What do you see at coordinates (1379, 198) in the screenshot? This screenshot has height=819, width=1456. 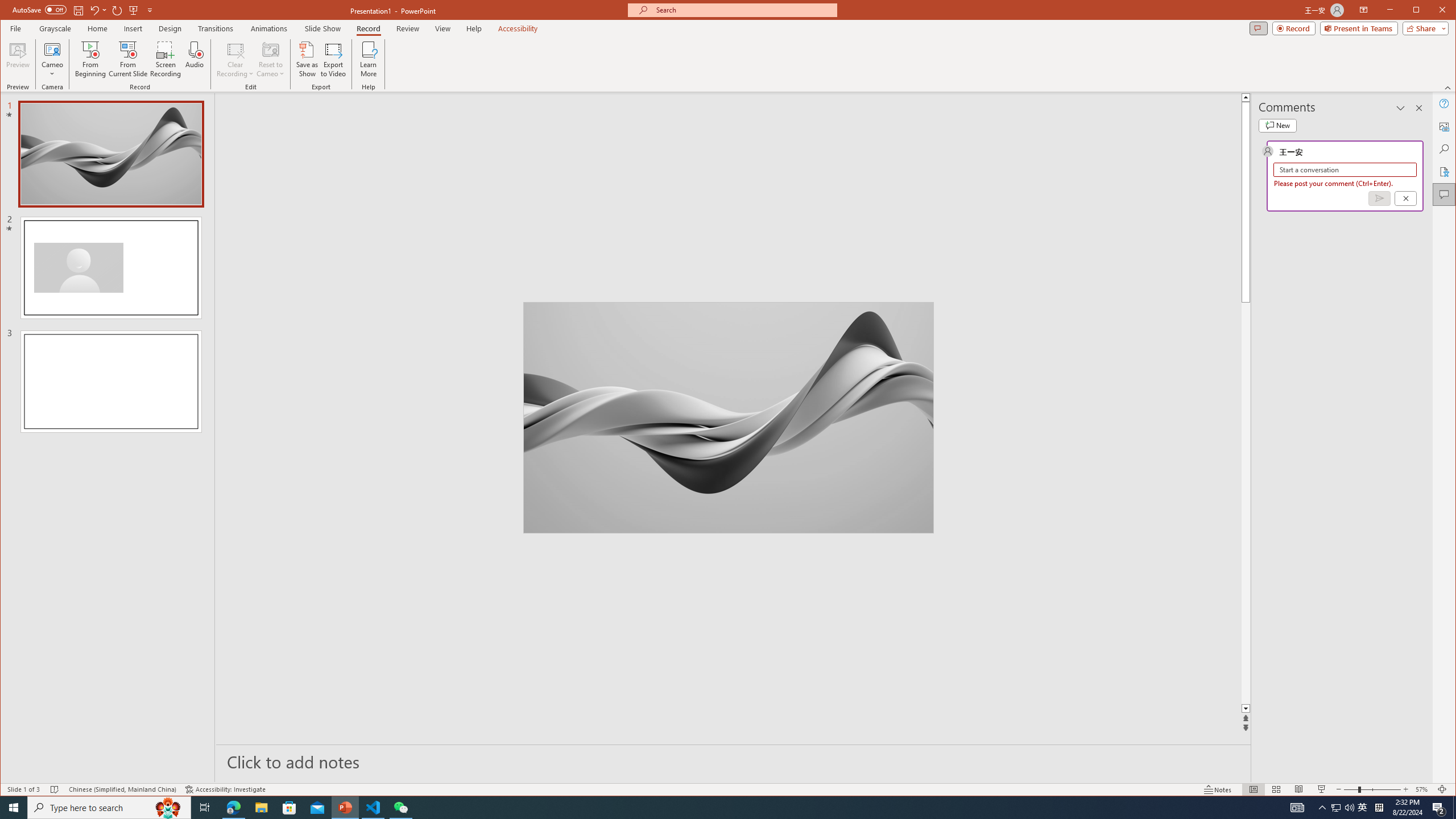 I see `'Post comment (Ctrl + Enter)'` at bounding box center [1379, 198].